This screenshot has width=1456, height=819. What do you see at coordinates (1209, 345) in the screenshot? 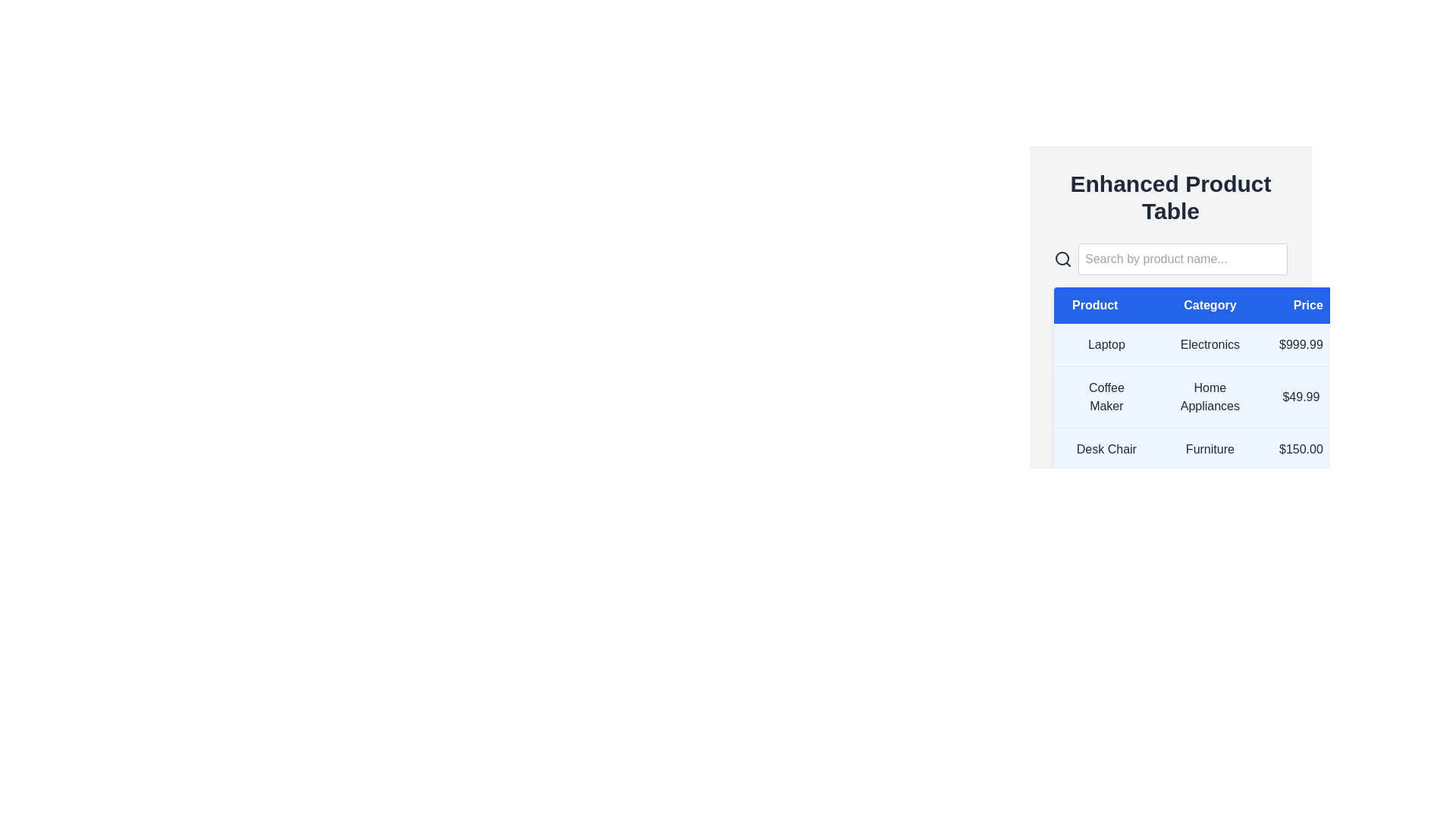
I see `information displayed in the text element labeled 'Electronics', which is part of a table under the 'Category' column for the 'Laptop' entry` at bounding box center [1209, 345].